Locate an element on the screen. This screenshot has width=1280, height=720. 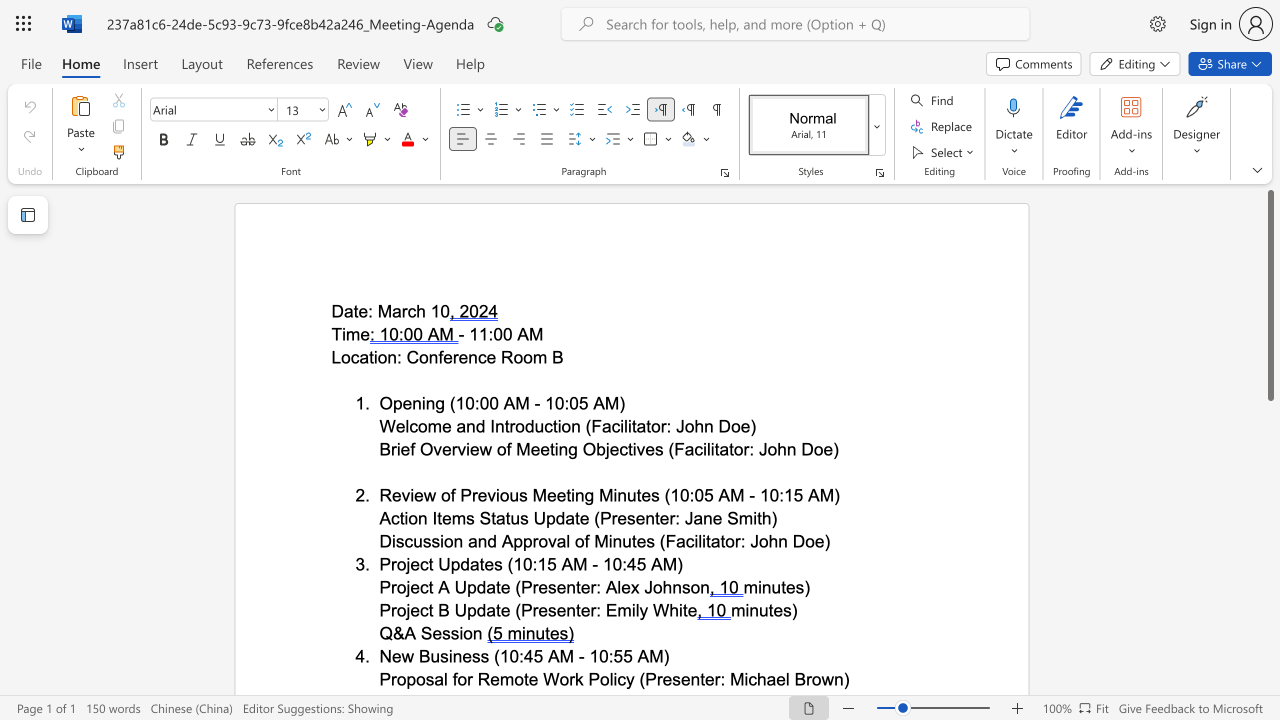
the 1th character "y" in the text is located at coordinates (643, 609).